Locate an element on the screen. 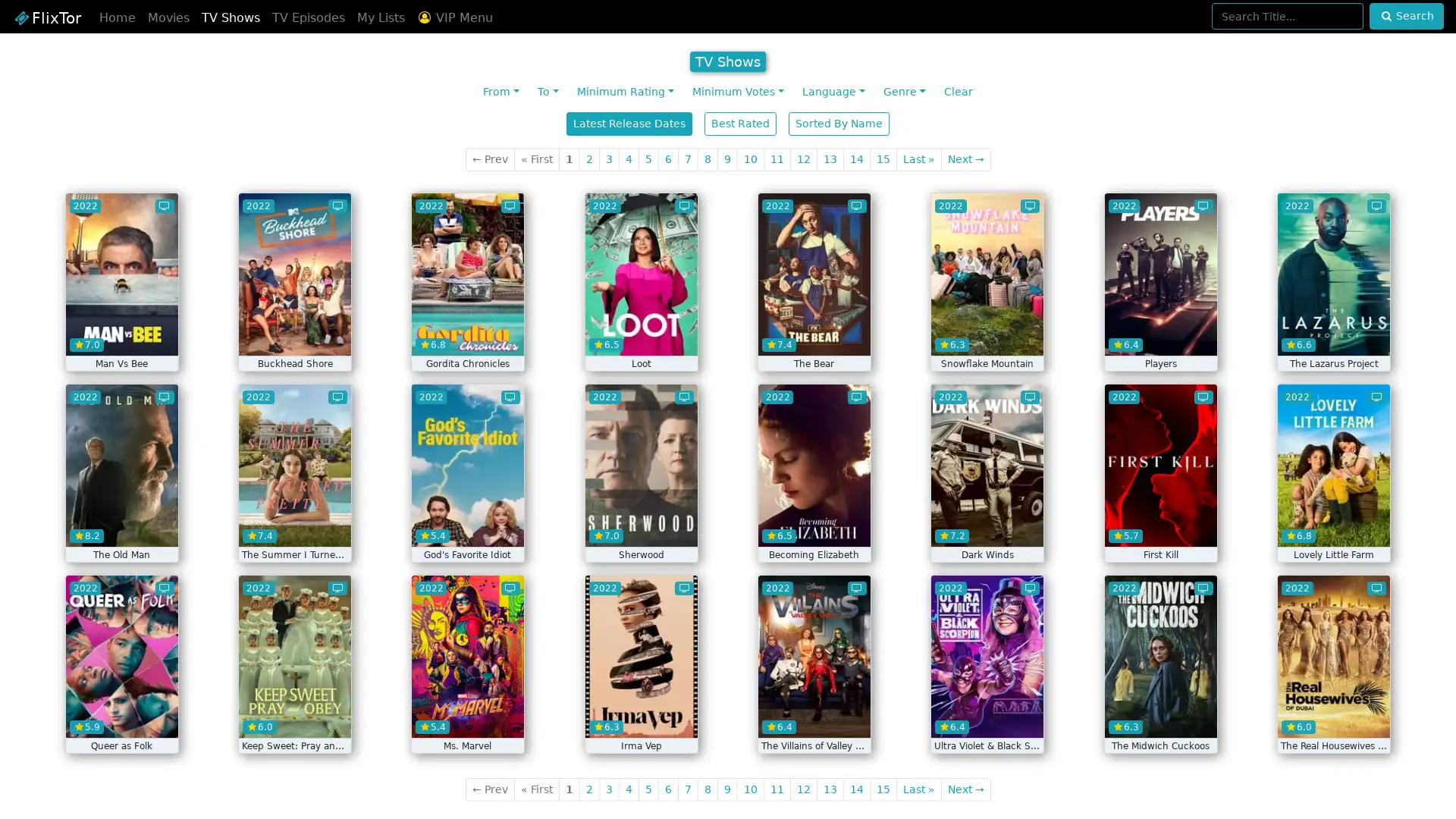  Search is located at coordinates (1405, 16).